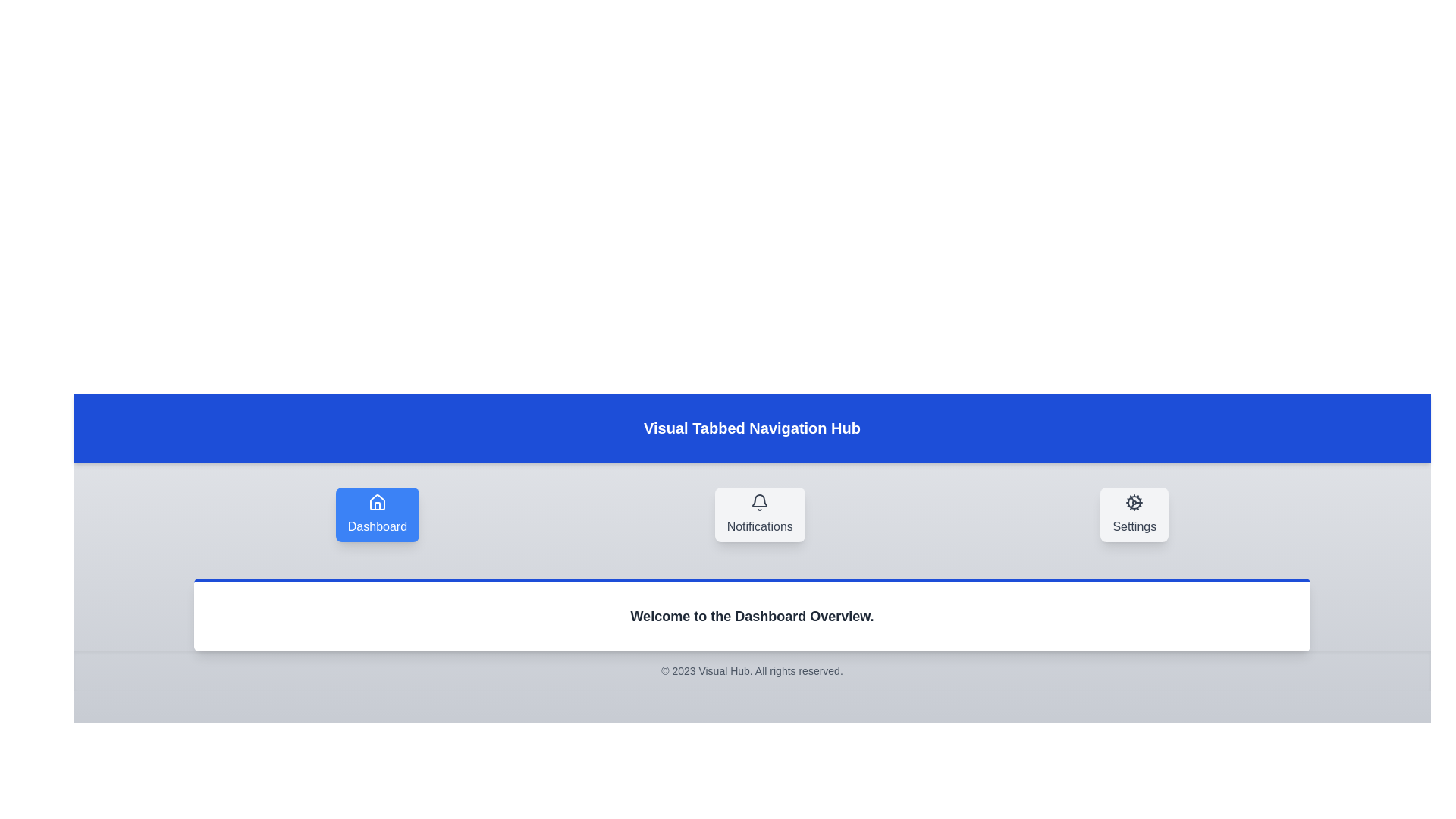  What do you see at coordinates (760, 503) in the screenshot?
I see `the notification bell icon, which is represented by a minimalist line-art design in dark gray or black, located in the middle panel of the interface as part of the Notifications button` at bounding box center [760, 503].